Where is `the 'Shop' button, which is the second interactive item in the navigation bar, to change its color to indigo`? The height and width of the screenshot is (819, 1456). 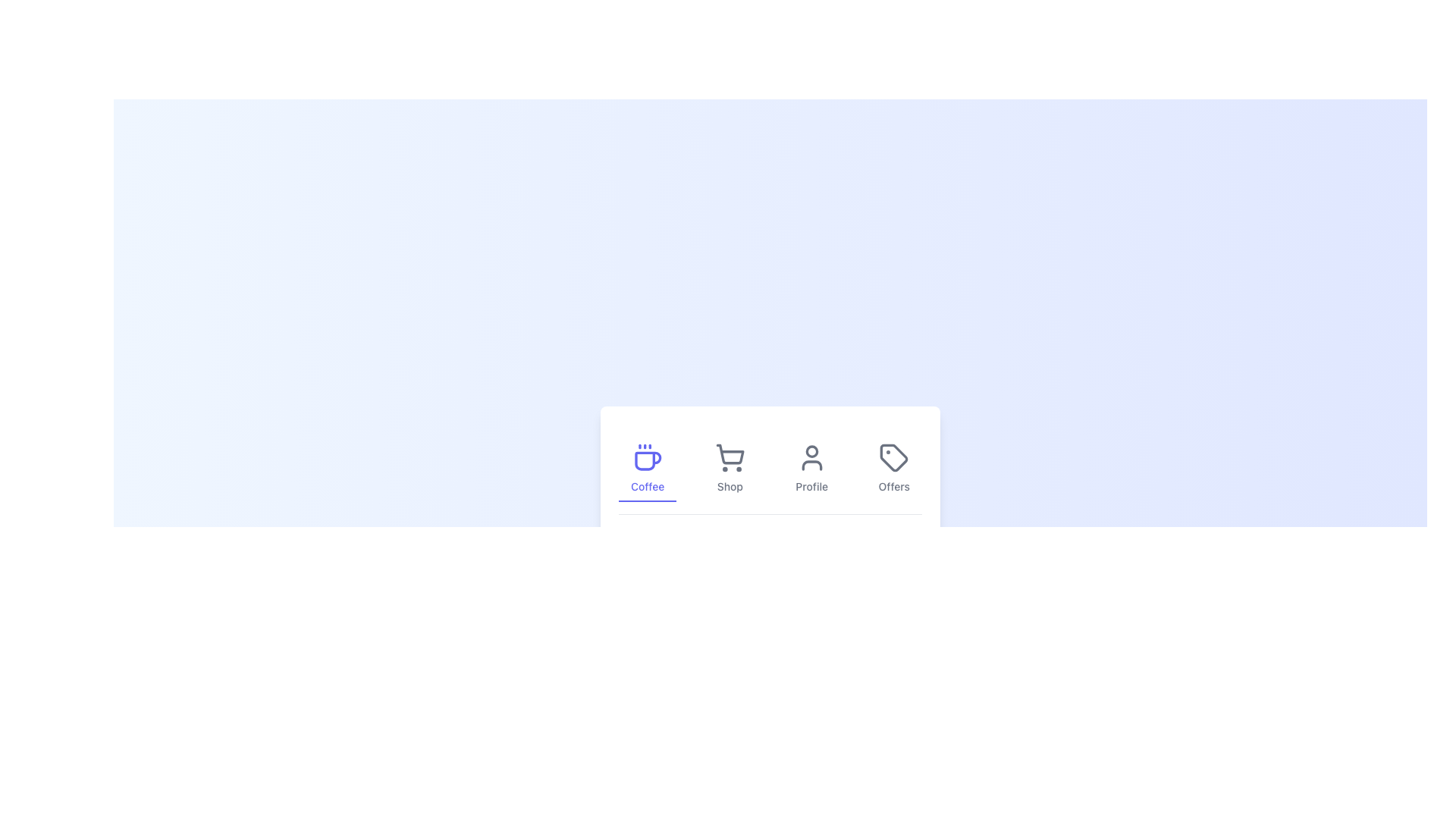 the 'Shop' button, which is the second interactive item in the navigation bar, to change its color to indigo is located at coordinates (730, 468).